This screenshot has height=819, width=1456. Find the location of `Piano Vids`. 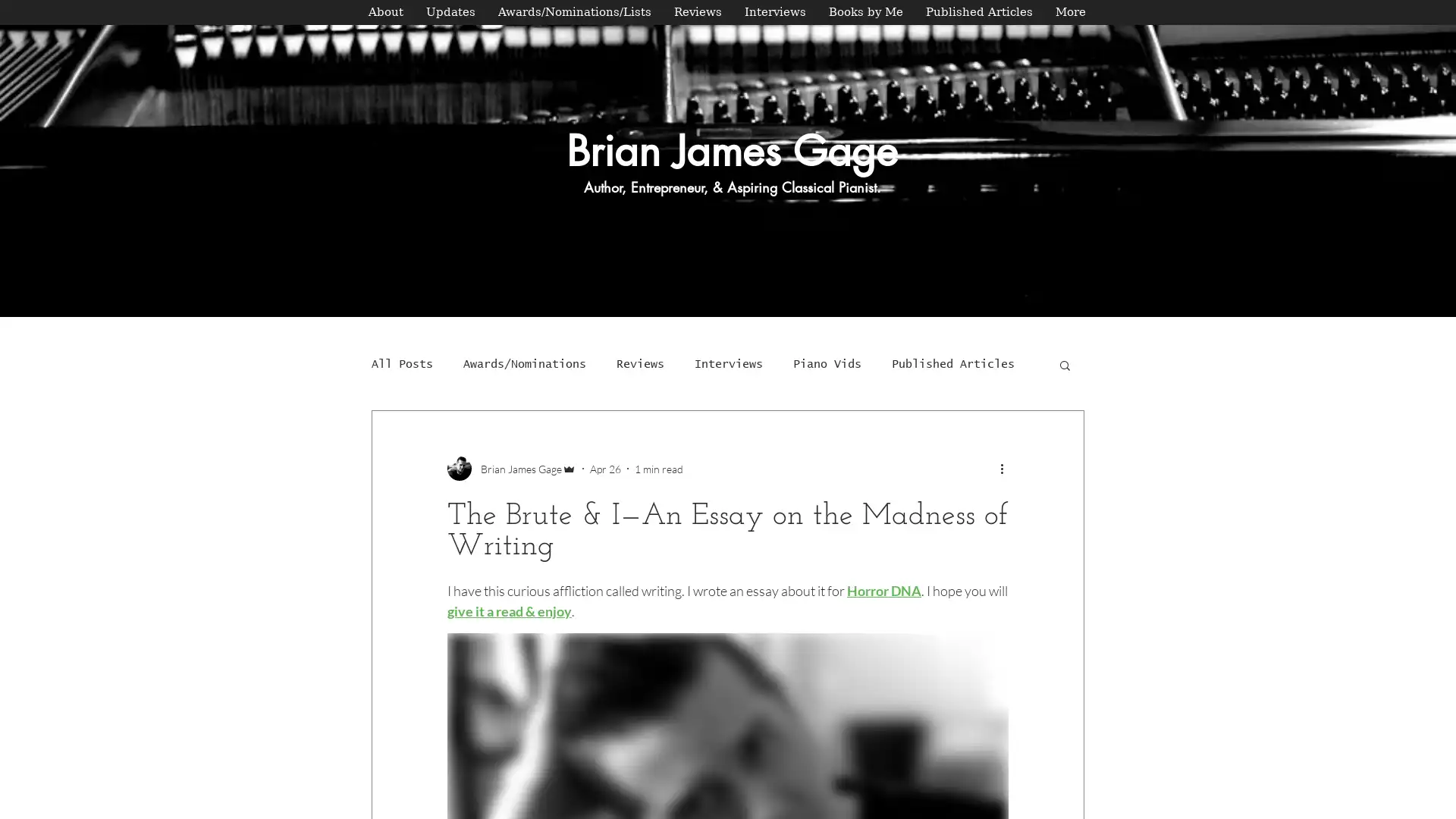

Piano Vids is located at coordinates (826, 365).